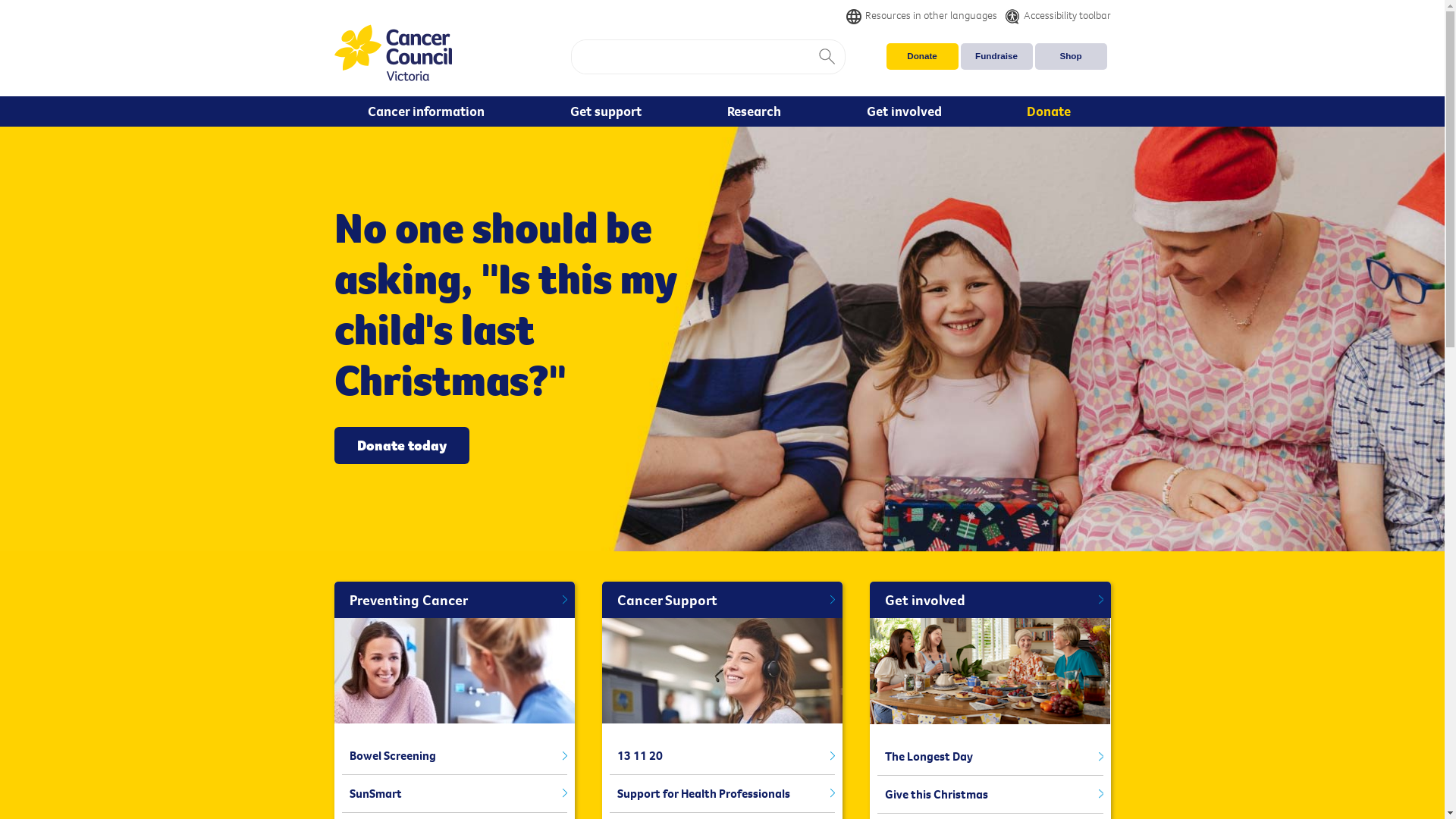 The height and width of the screenshot is (819, 1456). Describe the element at coordinates (453, 599) in the screenshot. I see `'Preventing Cancer'` at that location.